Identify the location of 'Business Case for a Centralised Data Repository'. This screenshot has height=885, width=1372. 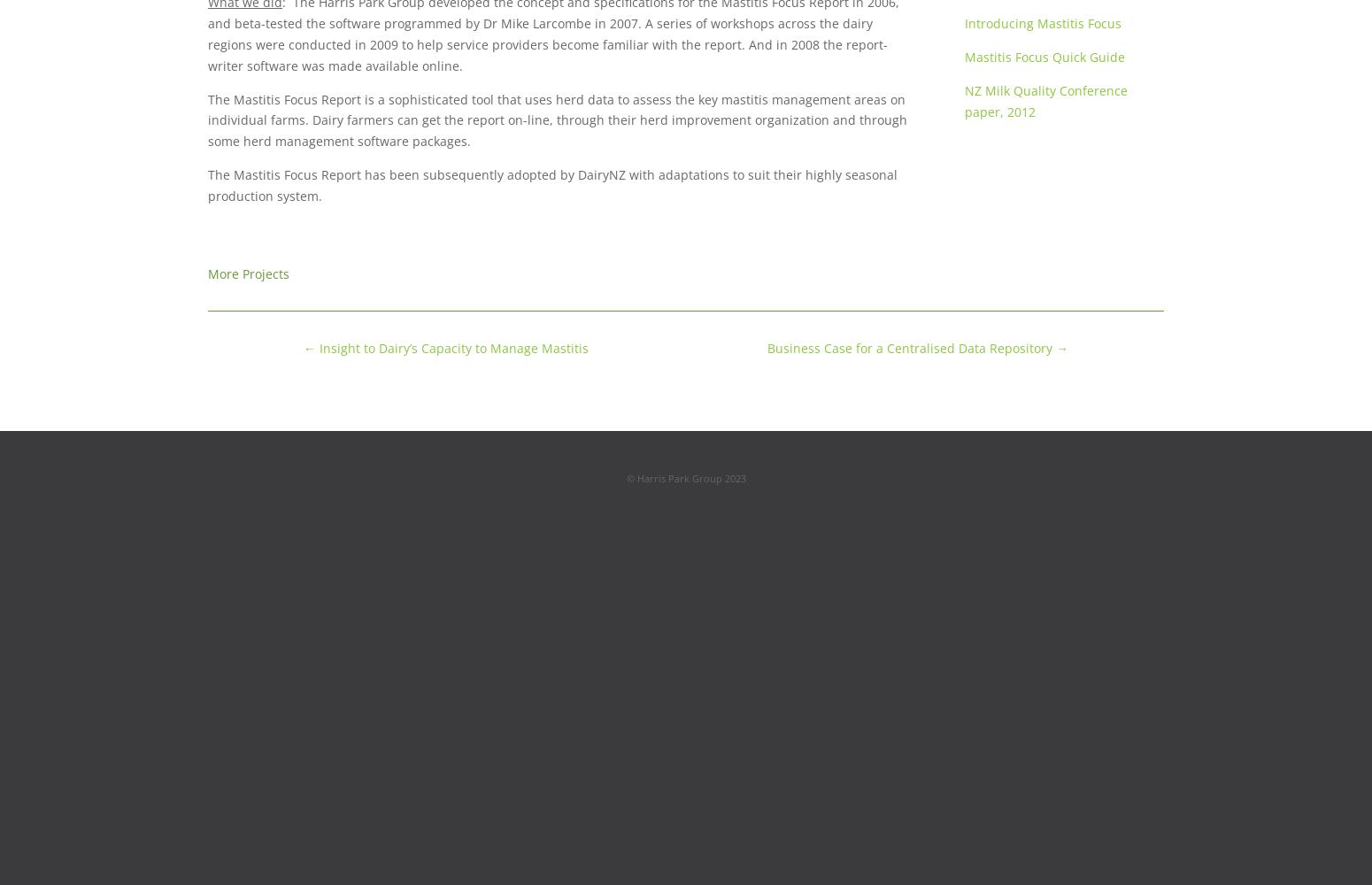
(767, 347).